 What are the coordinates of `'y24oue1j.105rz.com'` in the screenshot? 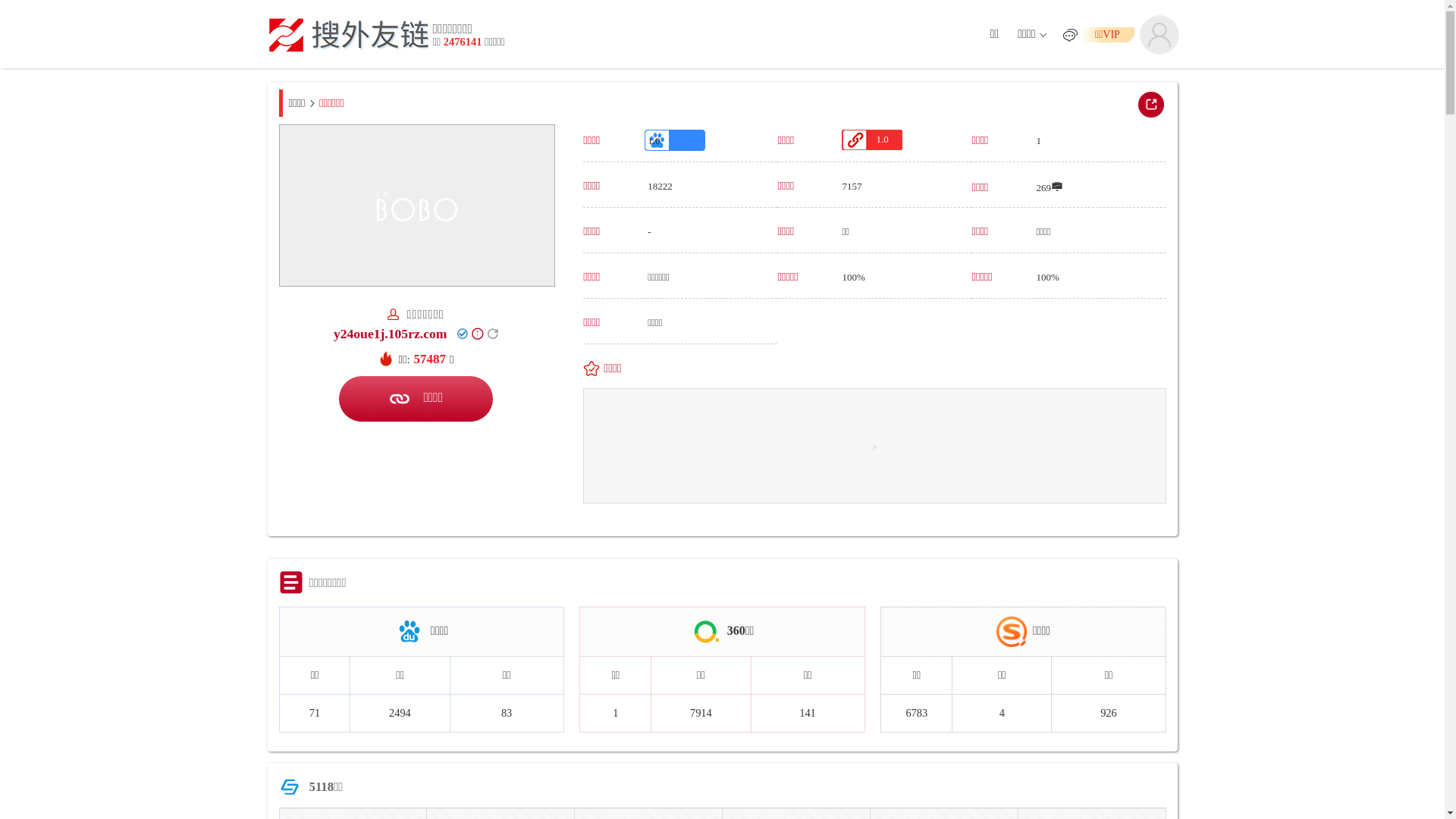 It's located at (390, 332).